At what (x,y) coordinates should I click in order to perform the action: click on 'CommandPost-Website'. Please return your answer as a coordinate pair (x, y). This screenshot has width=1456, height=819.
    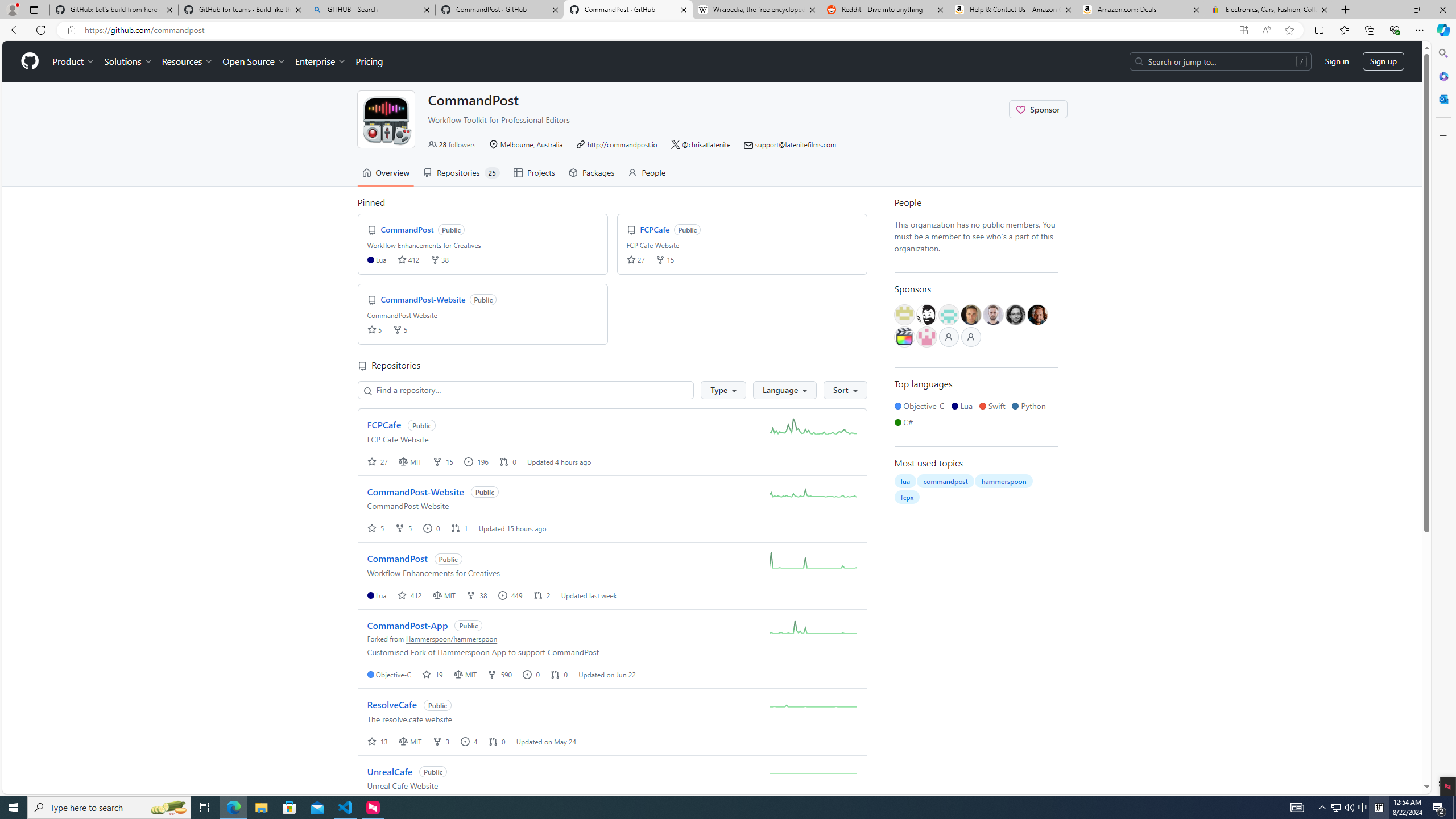
    Looking at the image, I should click on (415, 491).